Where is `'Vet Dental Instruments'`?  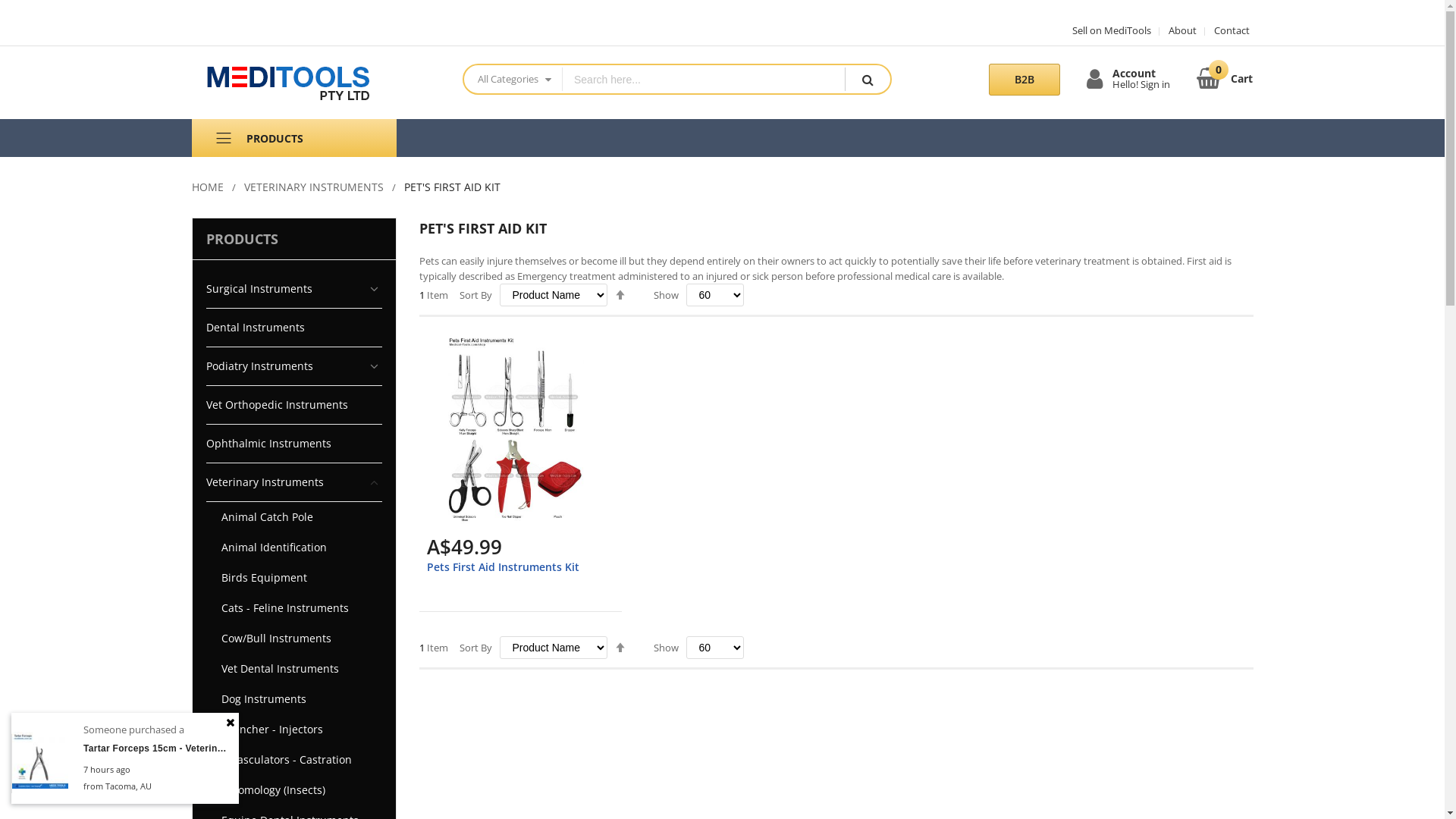 'Vet Dental Instruments' is located at coordinates (294, 668).